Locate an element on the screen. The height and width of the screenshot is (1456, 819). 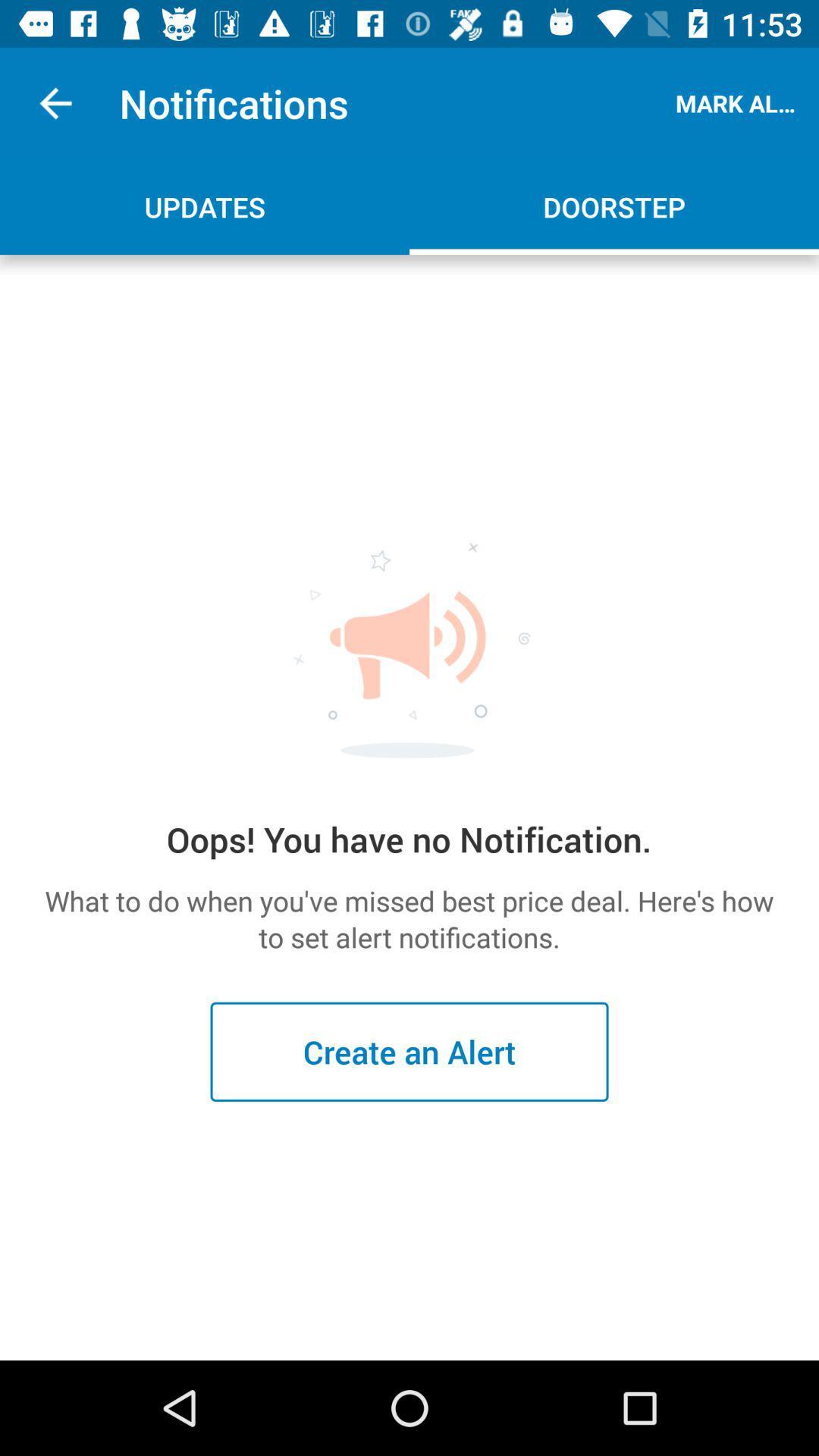
mark all read is located at coordinates (739, 102).